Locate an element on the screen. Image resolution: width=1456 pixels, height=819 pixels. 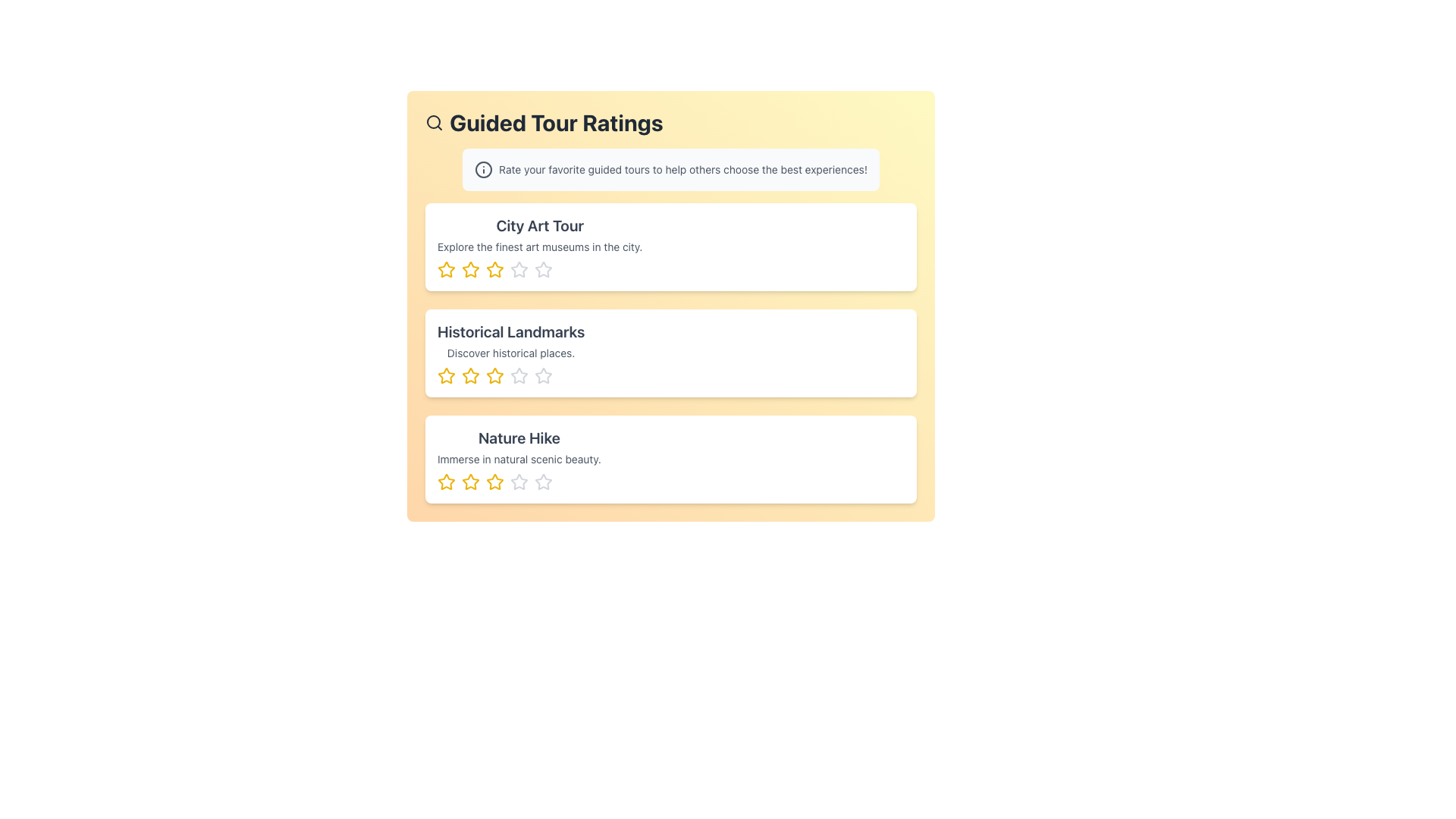
the small circular icon with a magnifying glass representation, located adjacent to the text 'Guided Tour Ratings' at the top-left corner of the main content section is located at coordinates (433, 122).